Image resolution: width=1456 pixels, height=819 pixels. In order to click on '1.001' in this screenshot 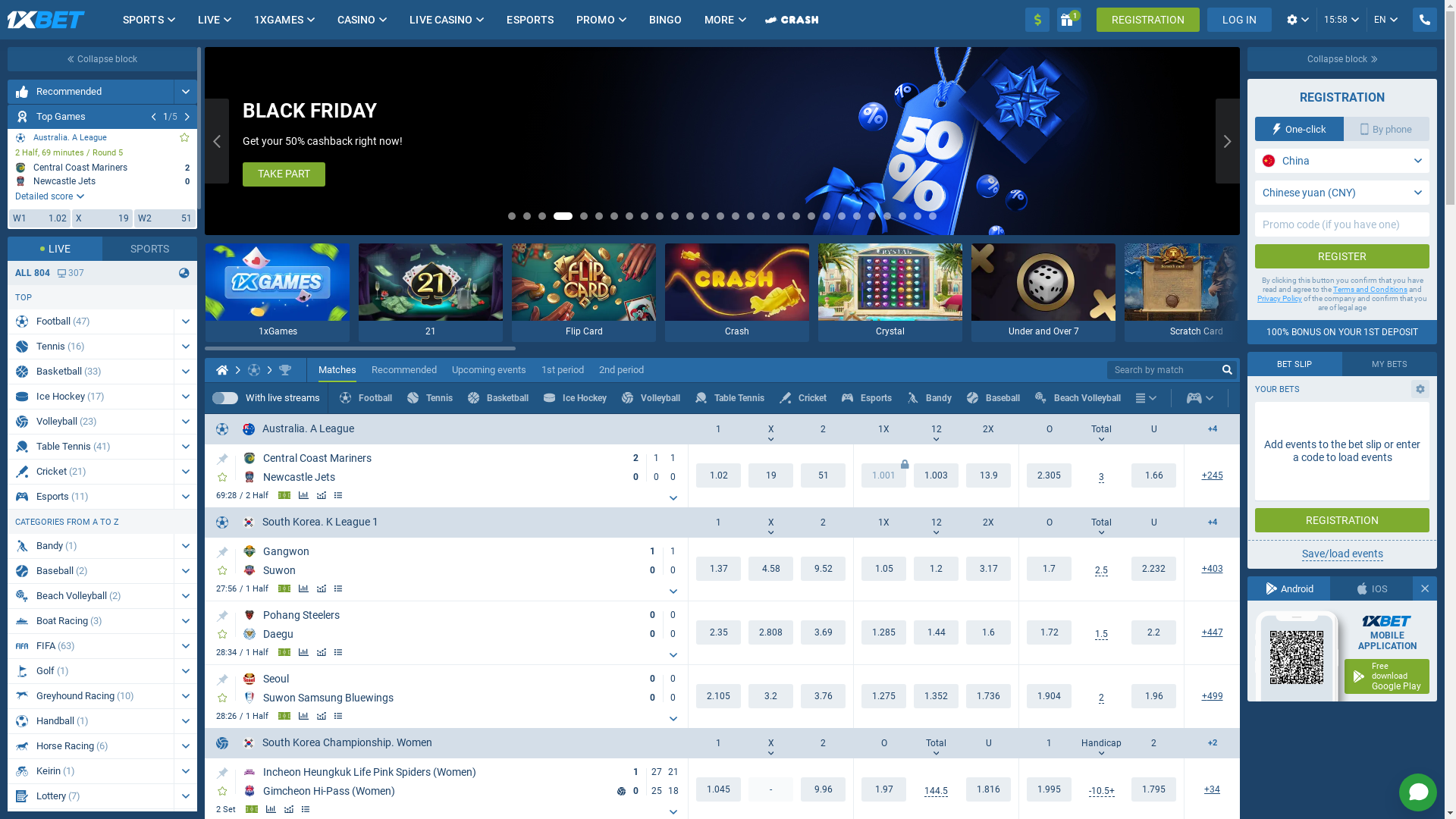, I will do `click(861, 475)`.